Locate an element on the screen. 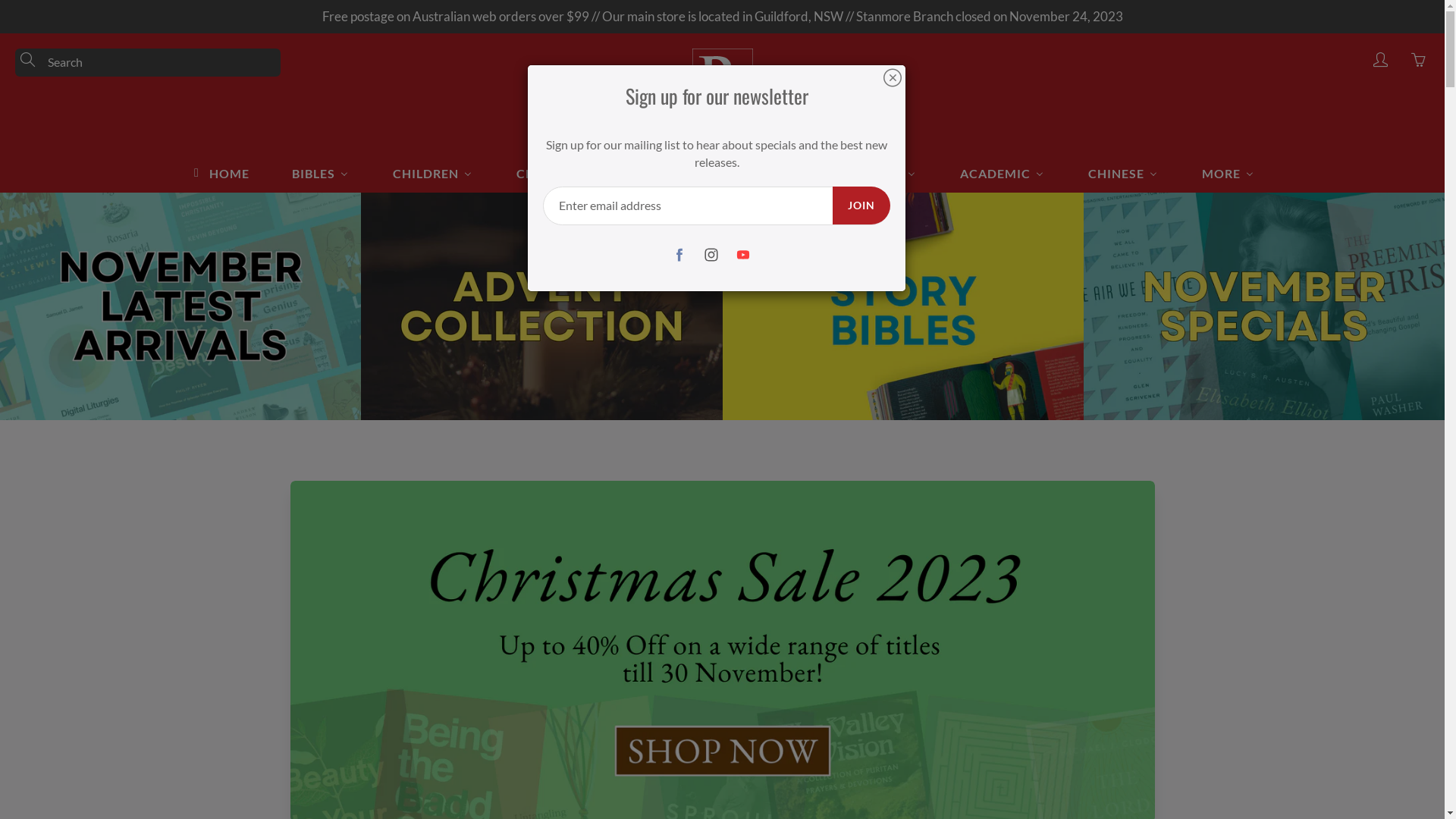  'Facebook' is located at coordinates (666, 254).